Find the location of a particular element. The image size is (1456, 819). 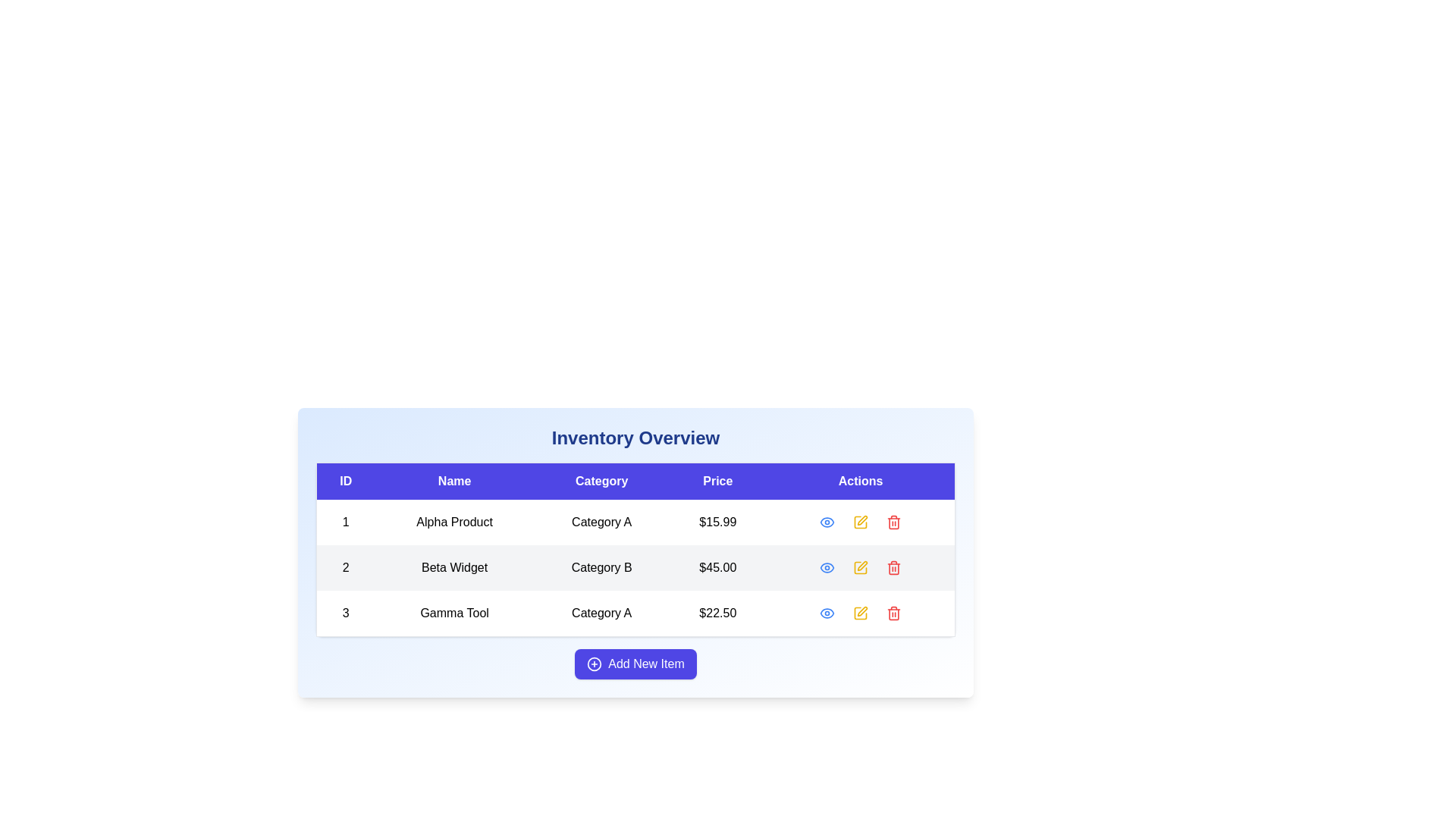

the 'view' icon in the Actions column of the second row for 'Beta Widget' is located at coordinates (826, 522).